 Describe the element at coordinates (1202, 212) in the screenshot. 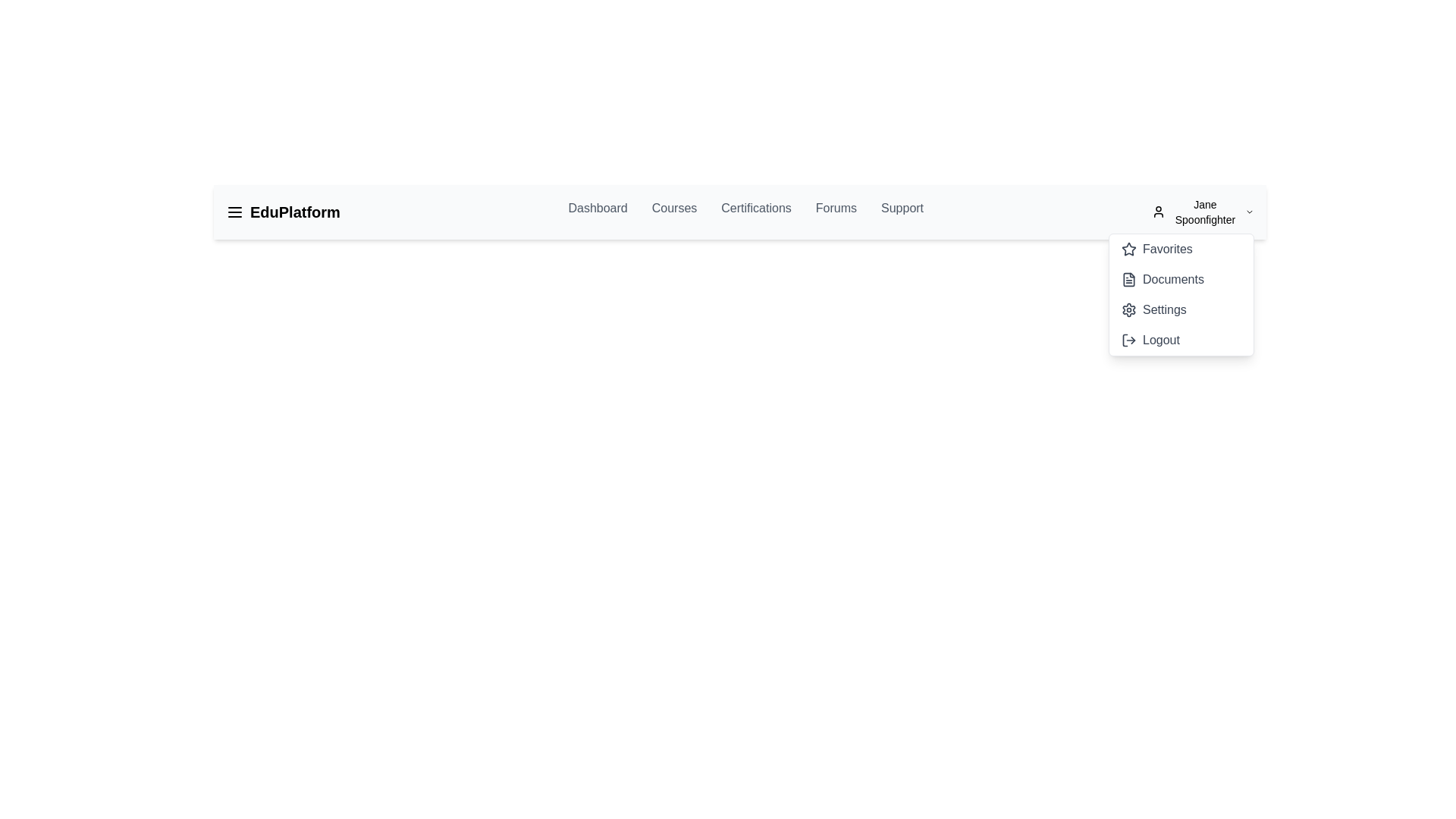

I see `the user profile Dropdown Menu Toggle located in the rightmost section of the navigation bar to interact with additional options or settings` at that location.